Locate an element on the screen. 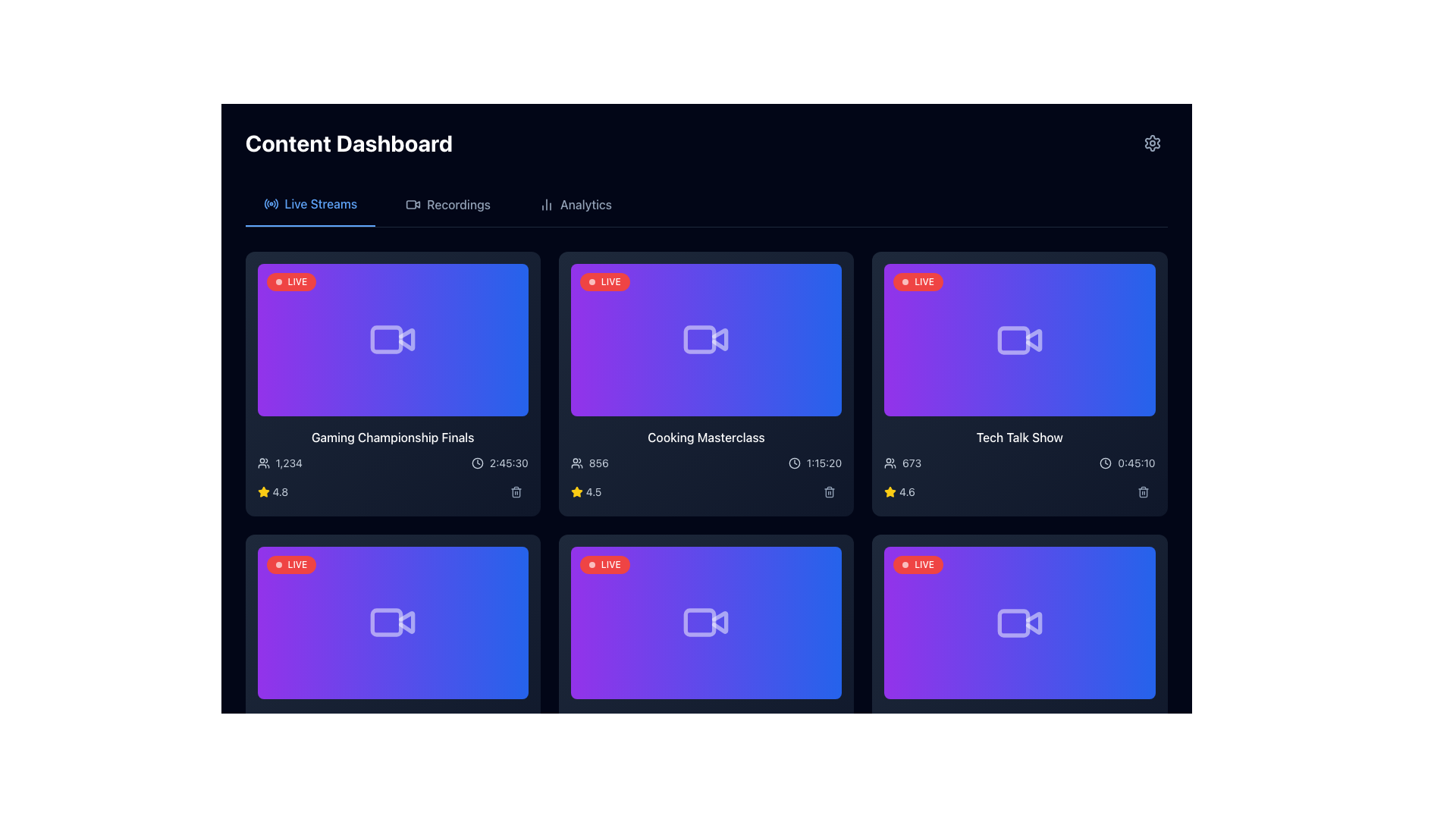  the circular blue button with a white play icon located at the bottom-right corner of the bottom-right card in the dashboard for keyboard interaction is located at coordinates (1129, 672).